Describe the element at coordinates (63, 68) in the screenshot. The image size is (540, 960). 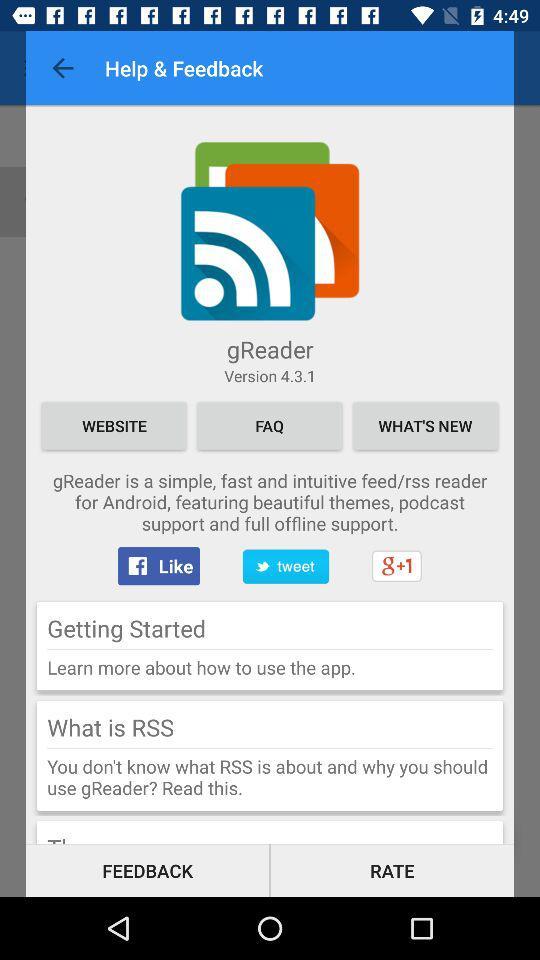
I see `the icon at the top left corner` at that location.